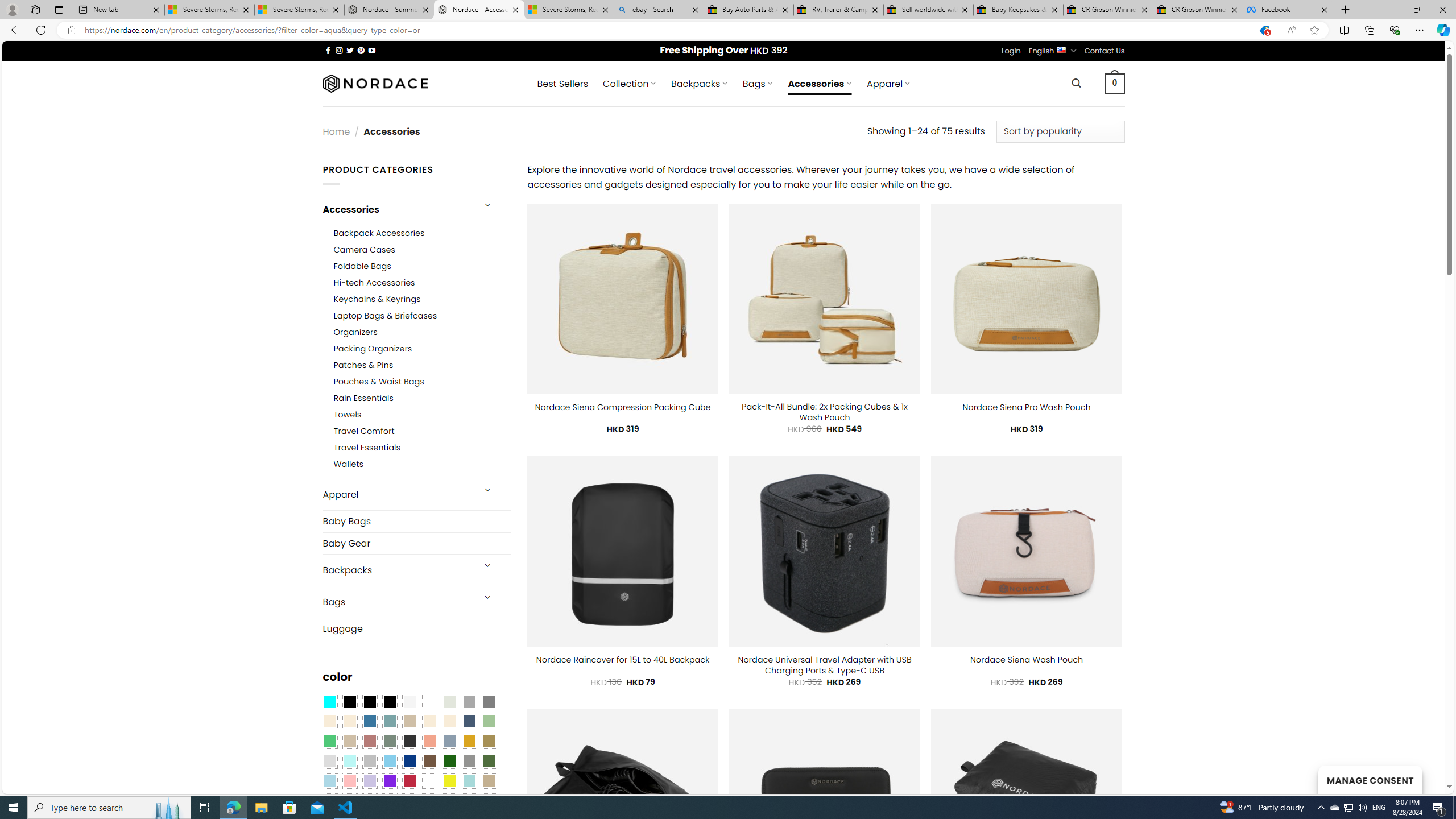  What do you see at coordinates (354, 333) in the screenshot?
I see `'Organizers'` at bounding box center [354, 333].